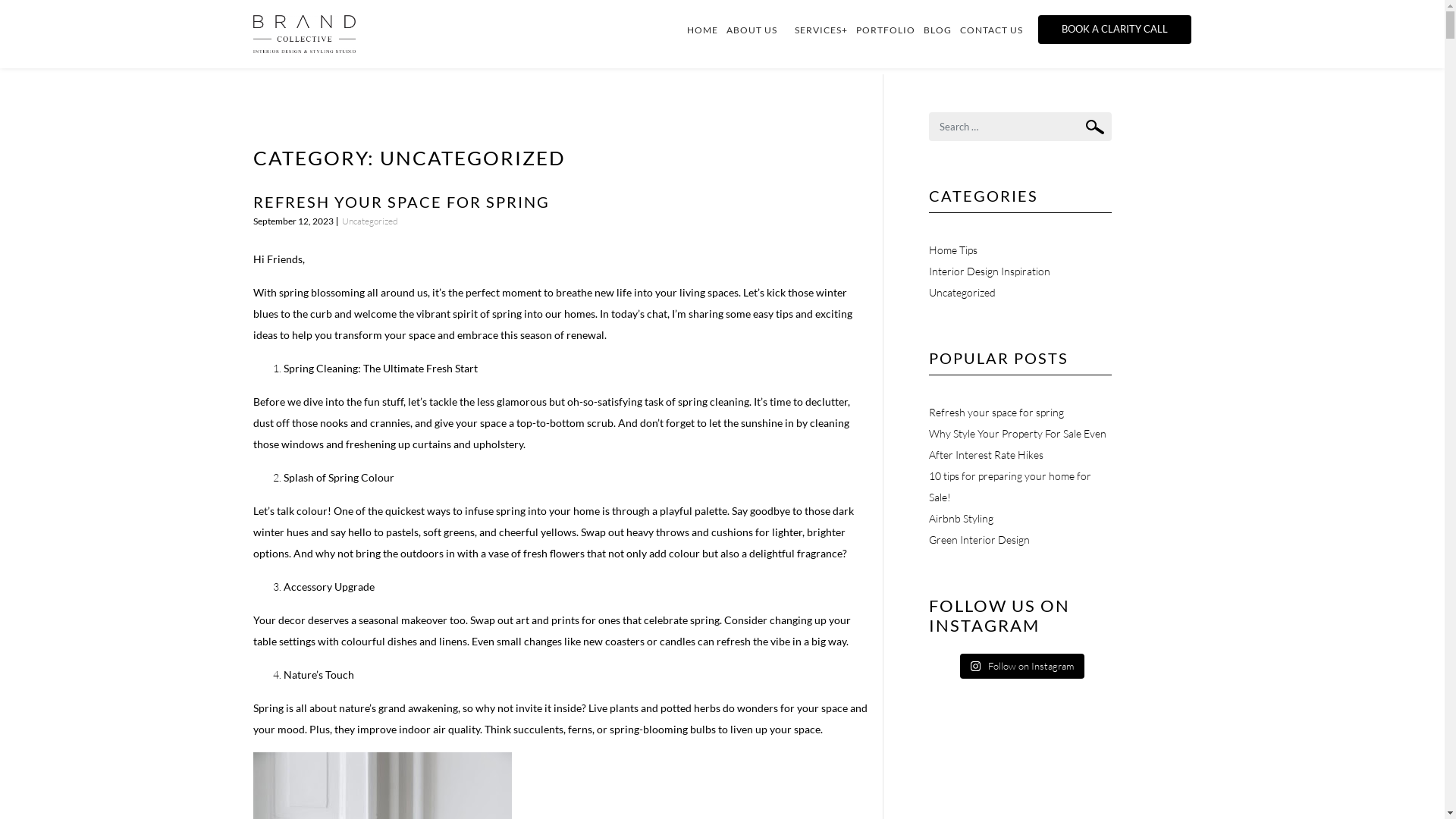 This screenshot has width=1456, height=819. What do you see at coordinates (990, 270) in the screenshot?
I see `'Interior Design Inspiration'` at bounding box center [990, 270].